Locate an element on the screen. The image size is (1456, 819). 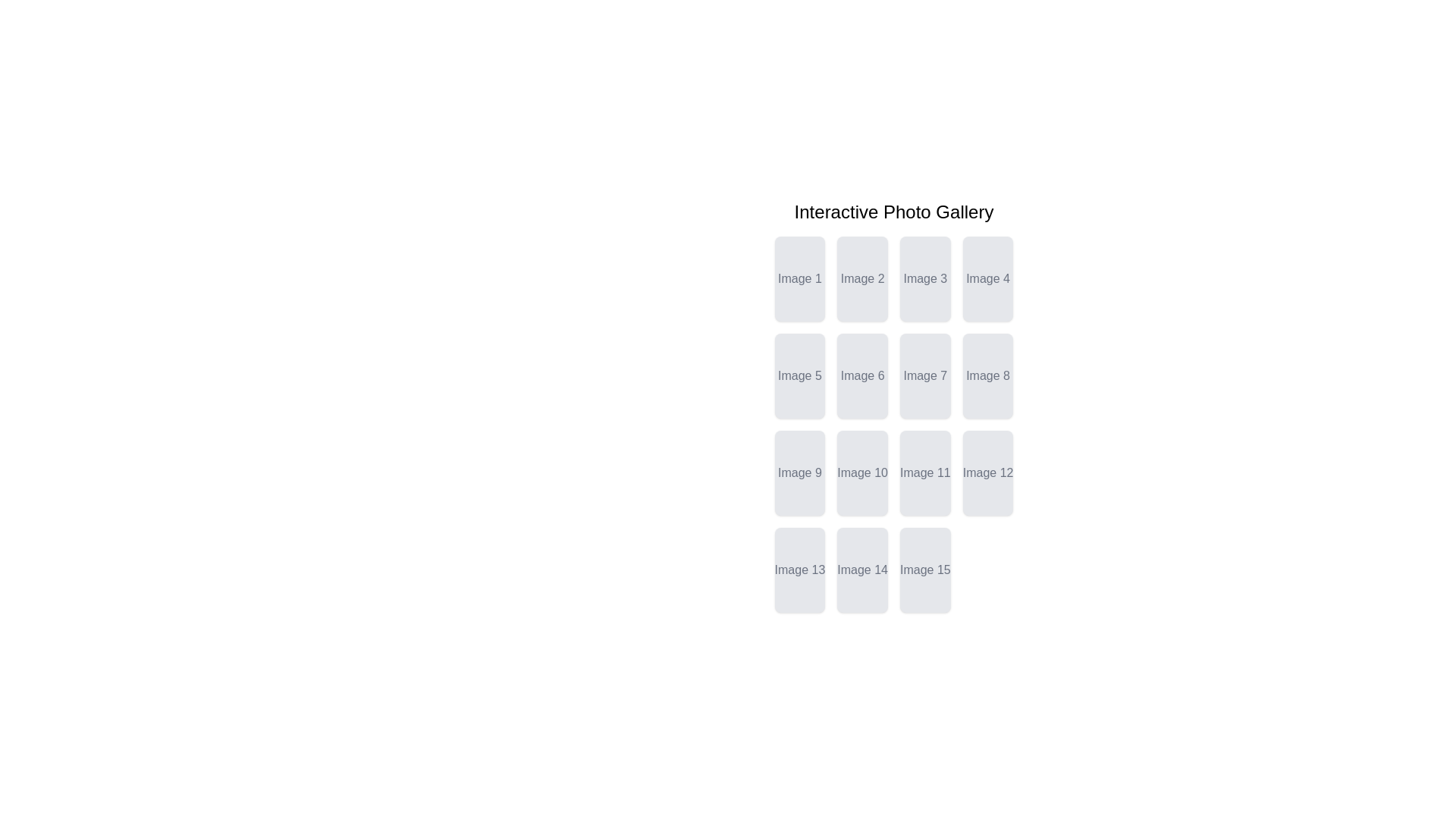
the Image card or tile representing 'Image 14' in the photo gallery is located at coordinates (862, 570).